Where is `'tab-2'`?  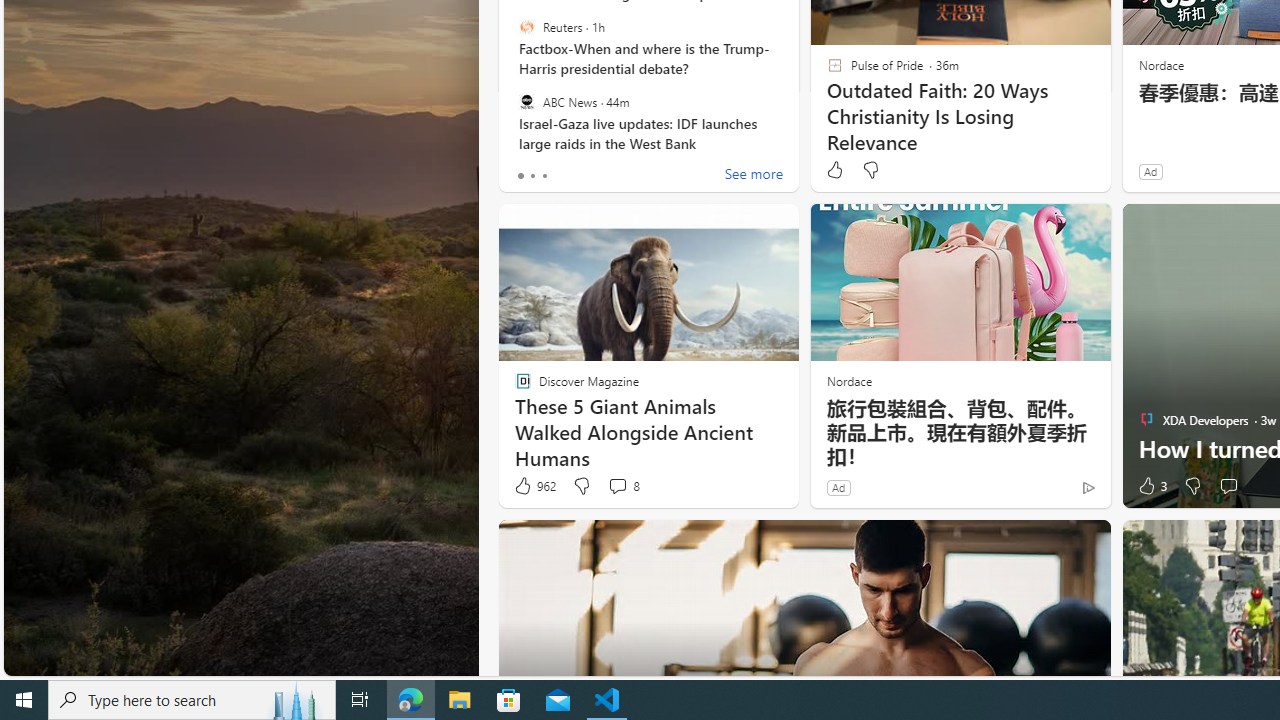
'tab-2' is located at coordinates (544, 175).